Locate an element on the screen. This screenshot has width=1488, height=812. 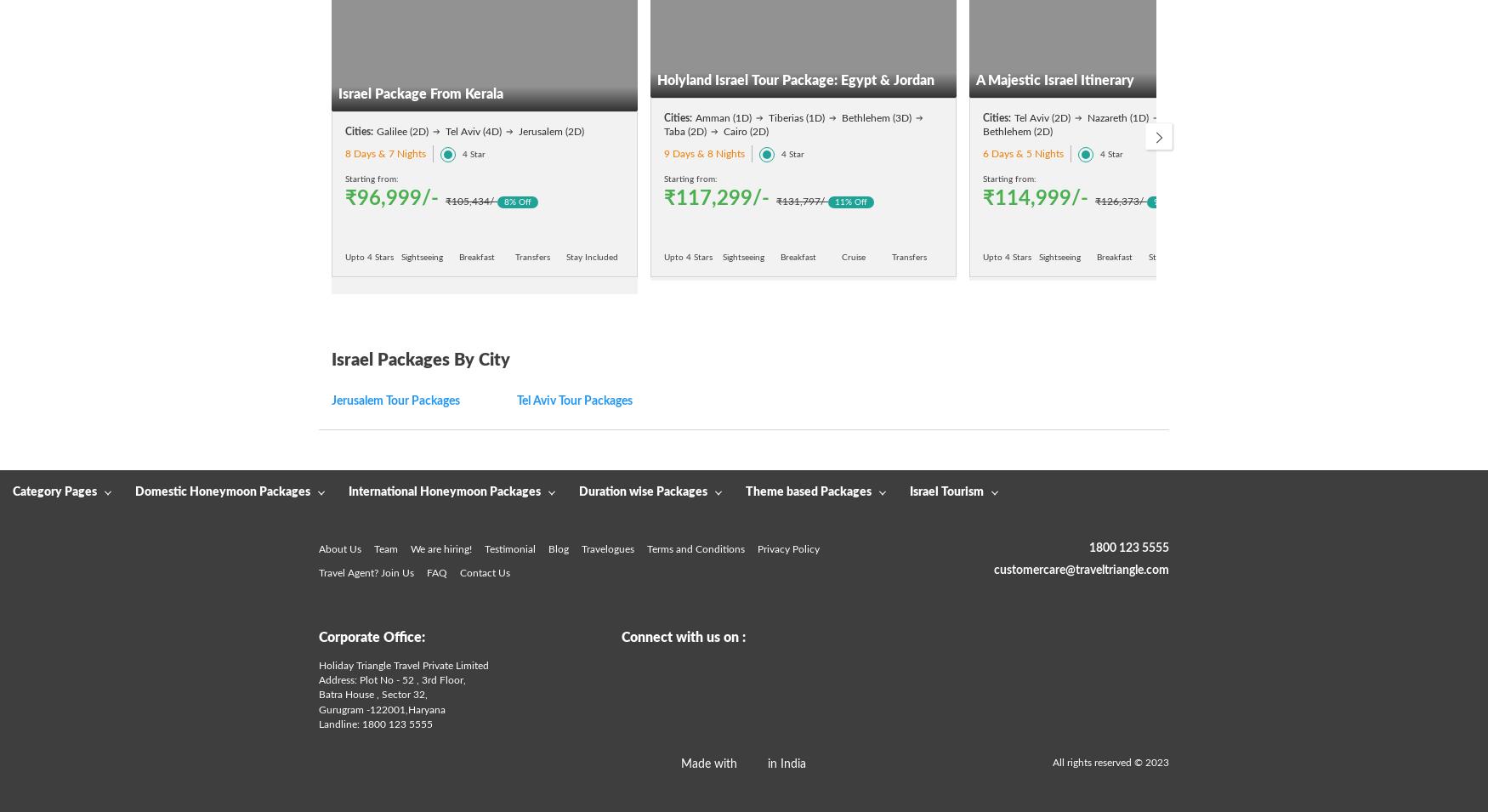
'Gurugram -' is located at coordinates (319, 709).